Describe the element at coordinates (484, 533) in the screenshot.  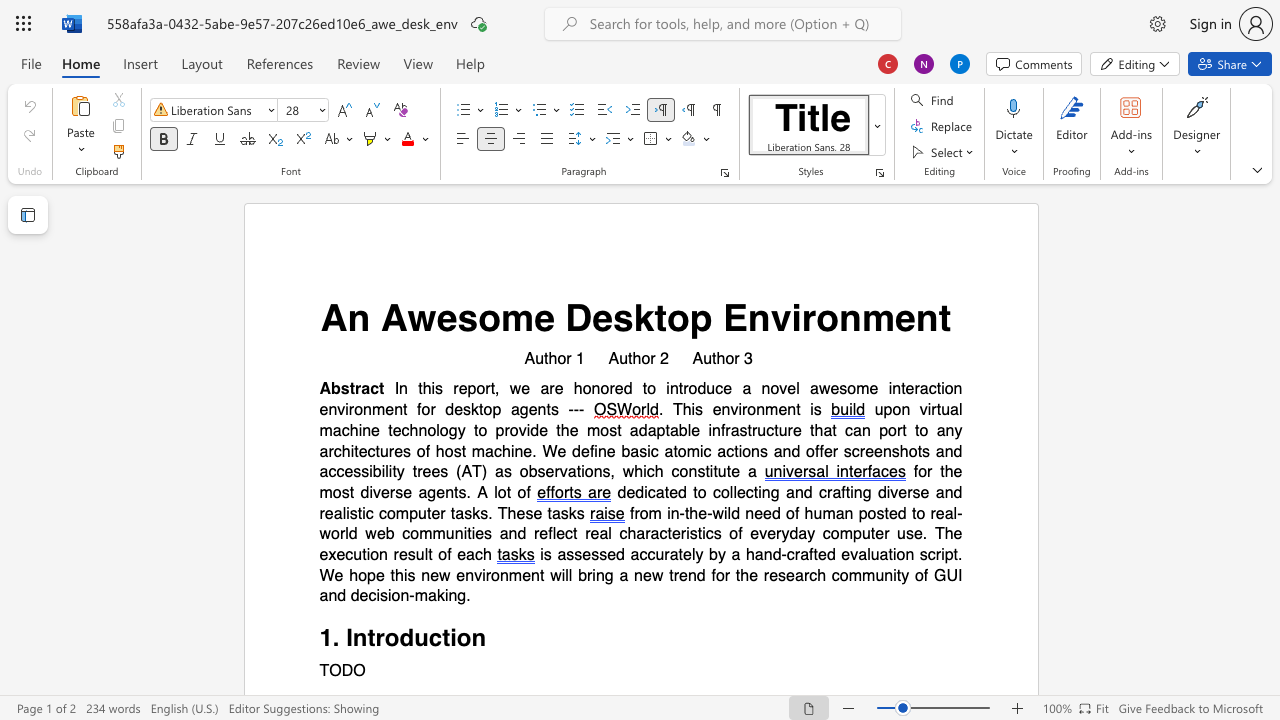
I see `the subset text "s and reflect real characteristics of everyday computer use. The execution result of ea" within the text "from in-the-wild need of human posted to real-world web communities and reflect real characteristics of everyday computer use. The execution result of each"` at that location.